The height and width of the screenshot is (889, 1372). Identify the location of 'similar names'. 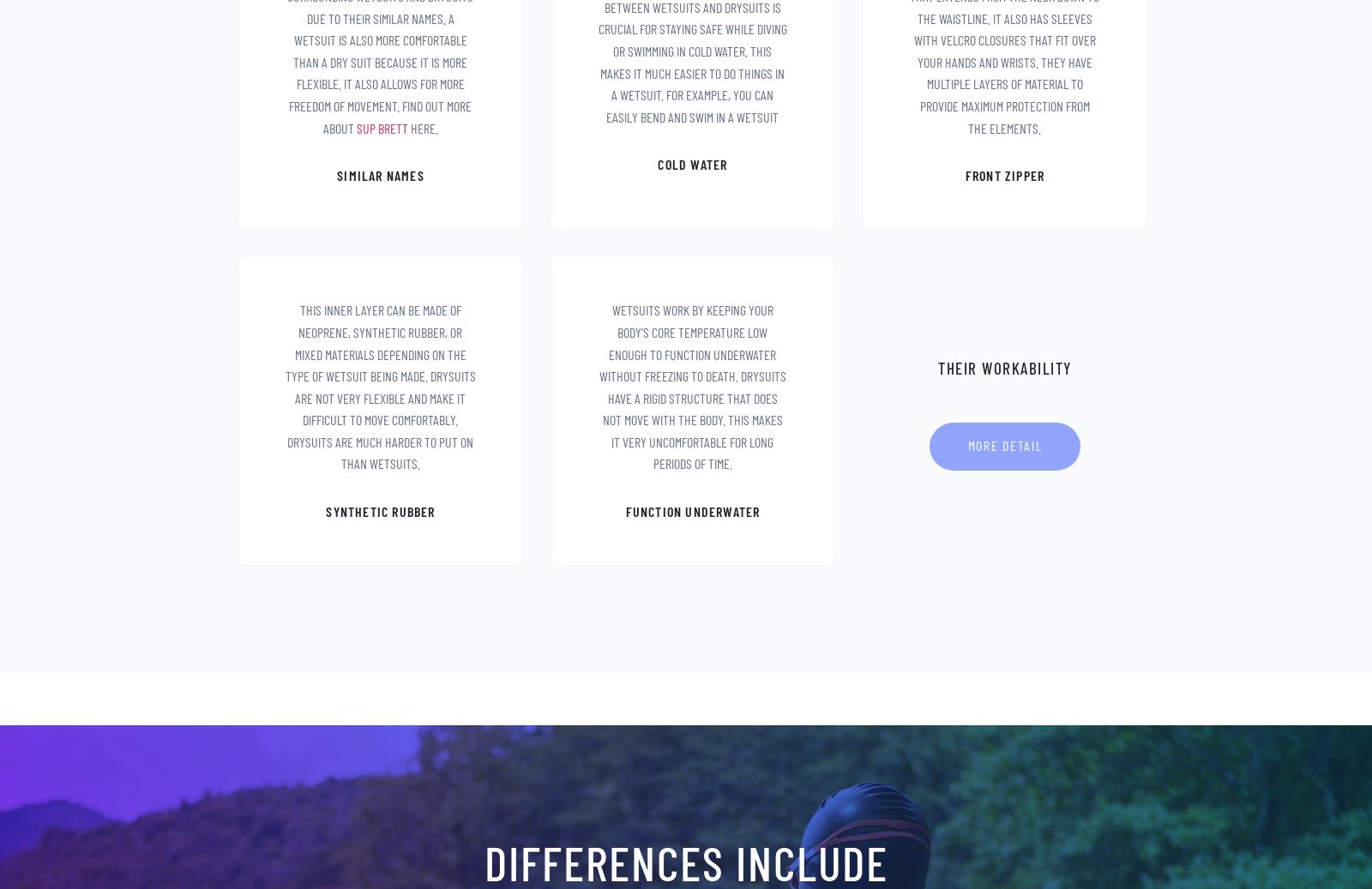
(379, 173).